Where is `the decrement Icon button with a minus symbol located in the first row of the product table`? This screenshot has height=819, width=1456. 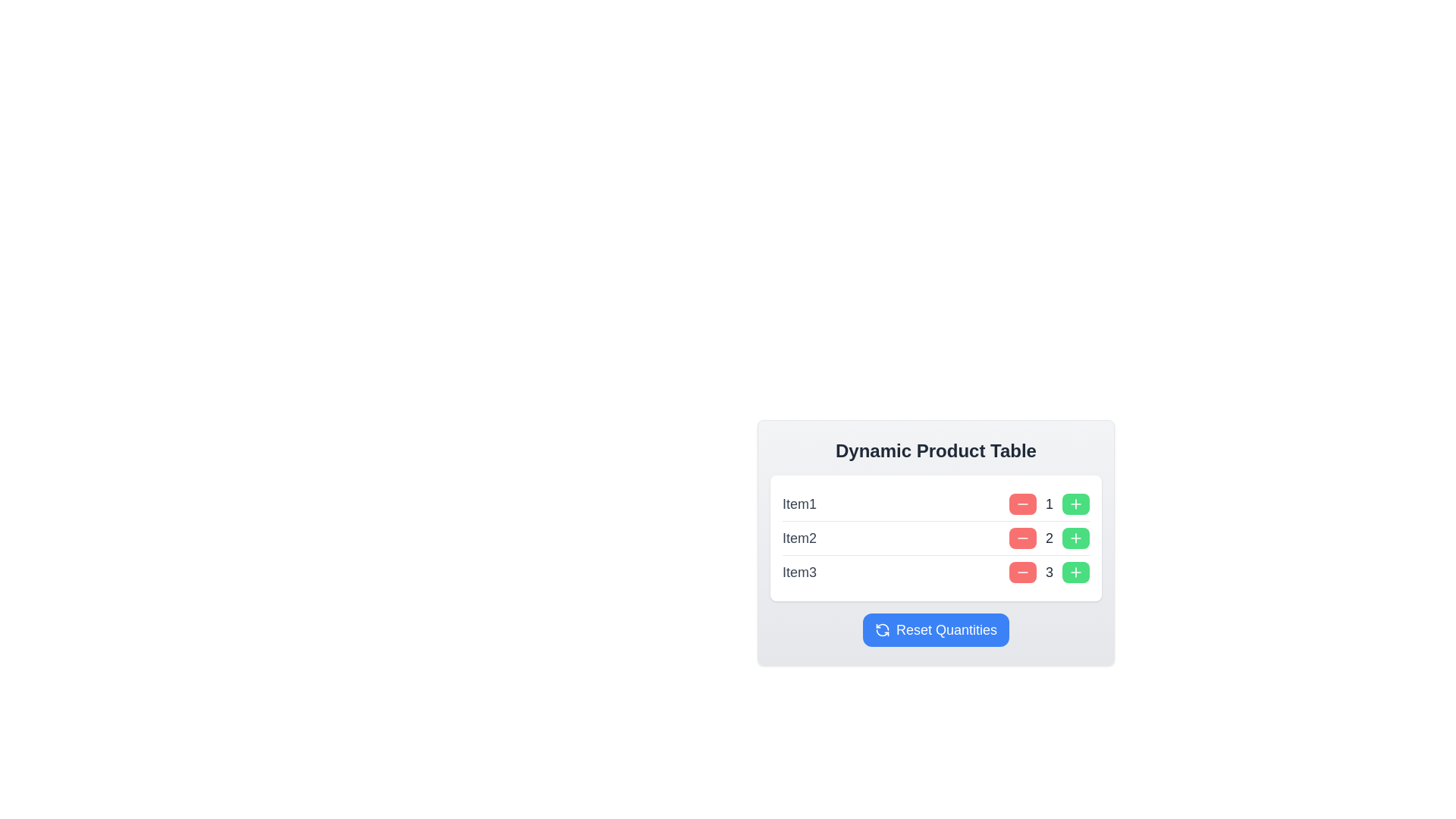
the decrement Icon button with a minus symbol located in the first row of the product table is located at coordinates (1022, 504).